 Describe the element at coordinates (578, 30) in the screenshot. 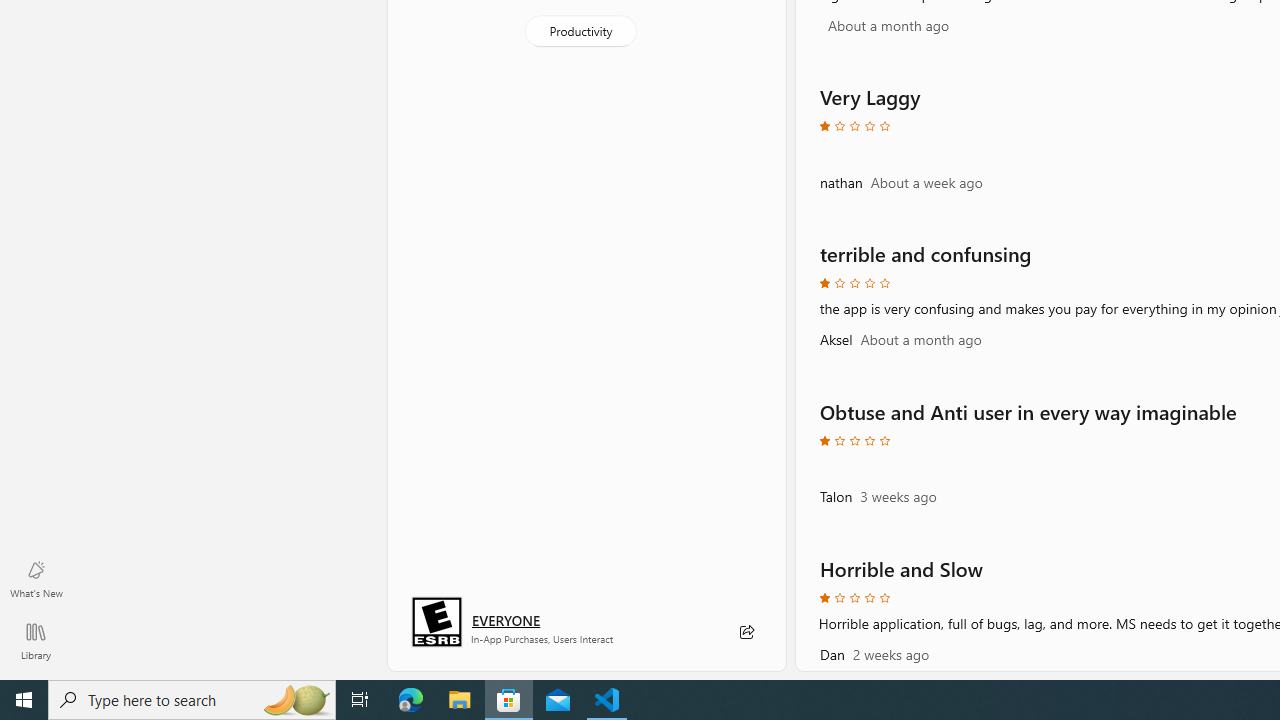

I see `'Productivity'` at that location.